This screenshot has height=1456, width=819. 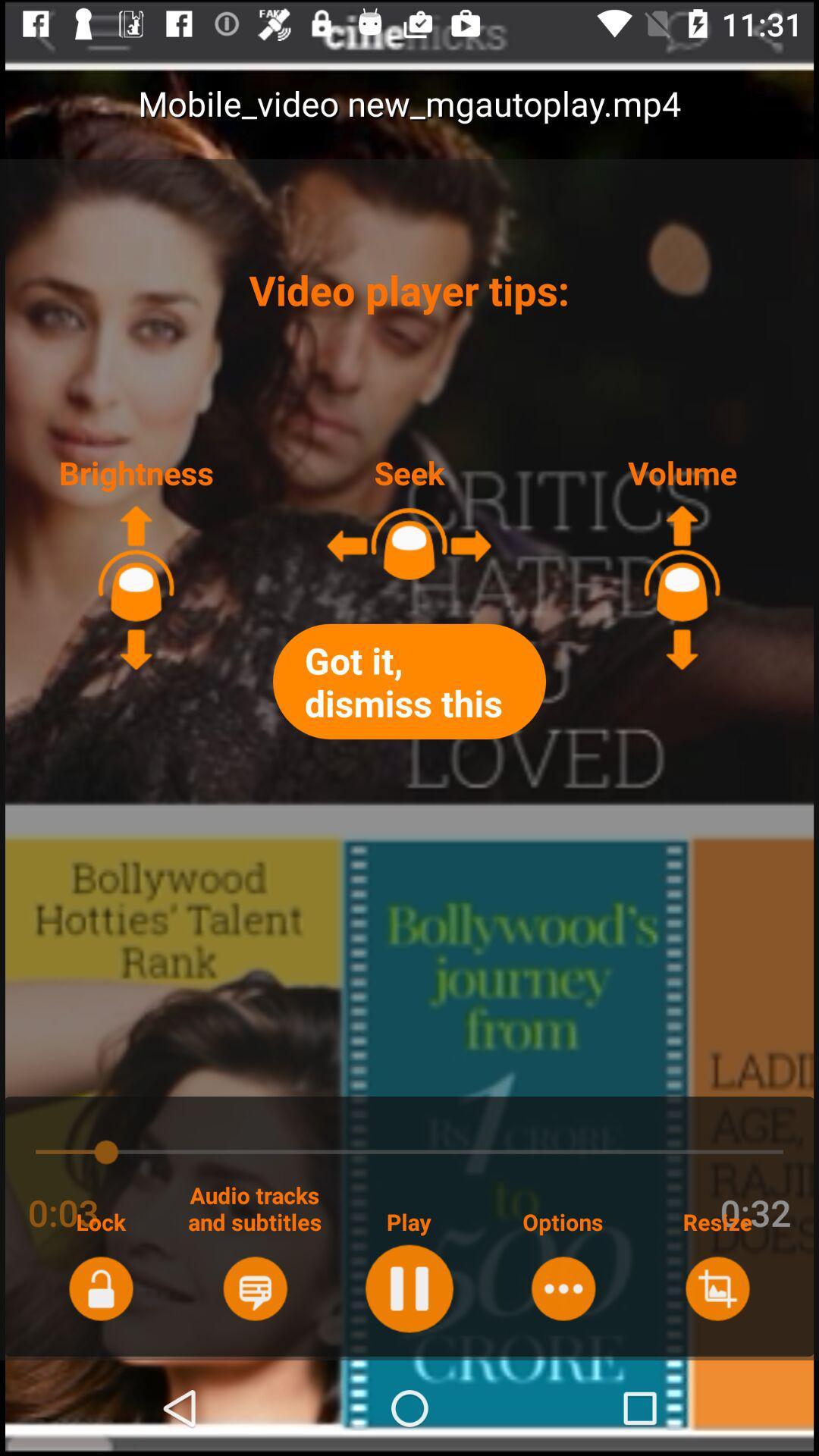 What do you see at coordinates (717, 1288) in the screenshot?
I see `resizes the app` at bounding box center [717, 1288].